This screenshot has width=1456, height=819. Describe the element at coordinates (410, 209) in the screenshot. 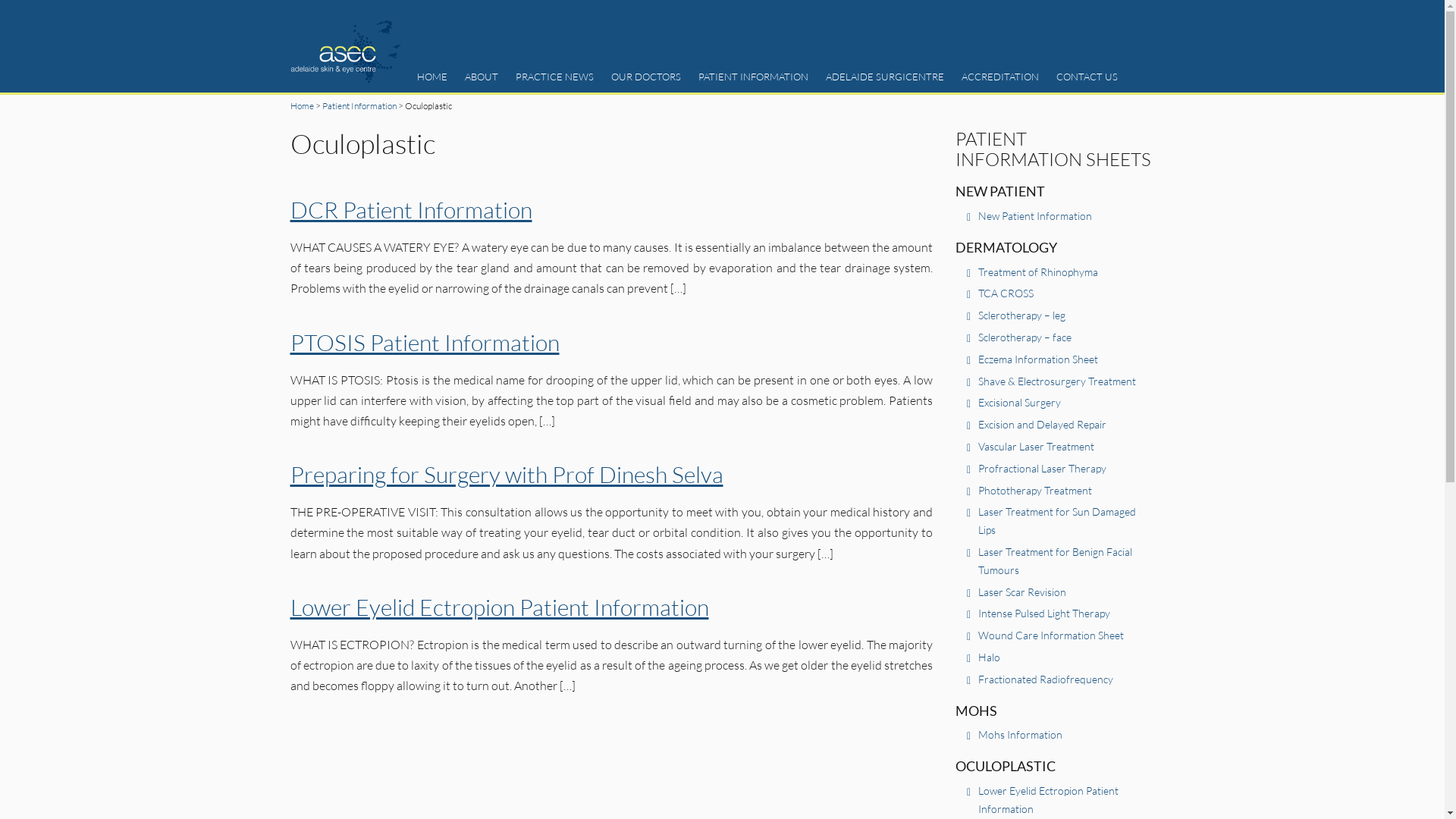

I see `'DCR Patient Information'` at that location.